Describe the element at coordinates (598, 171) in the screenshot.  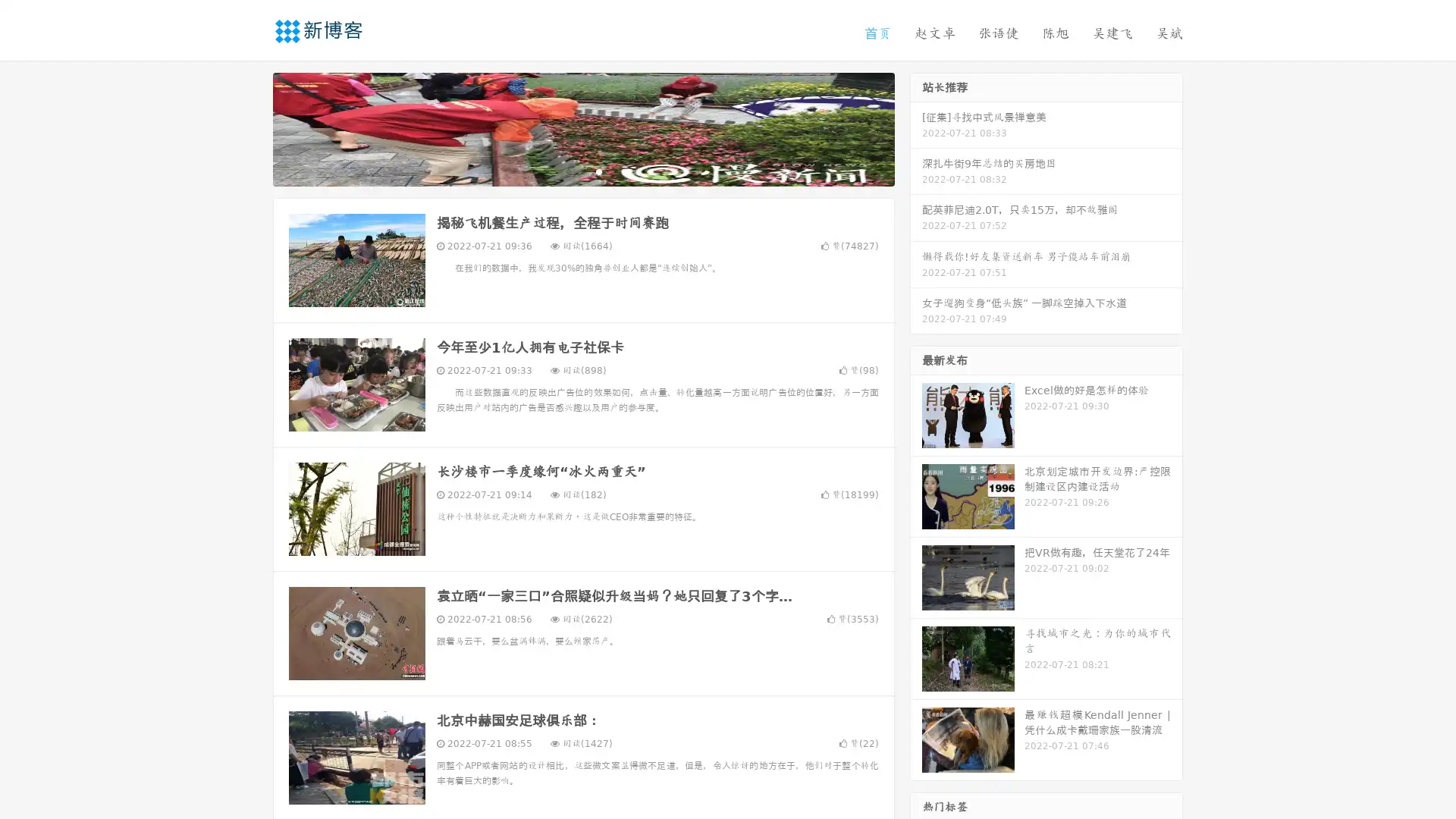
I see `Go to slide 3` at that location.